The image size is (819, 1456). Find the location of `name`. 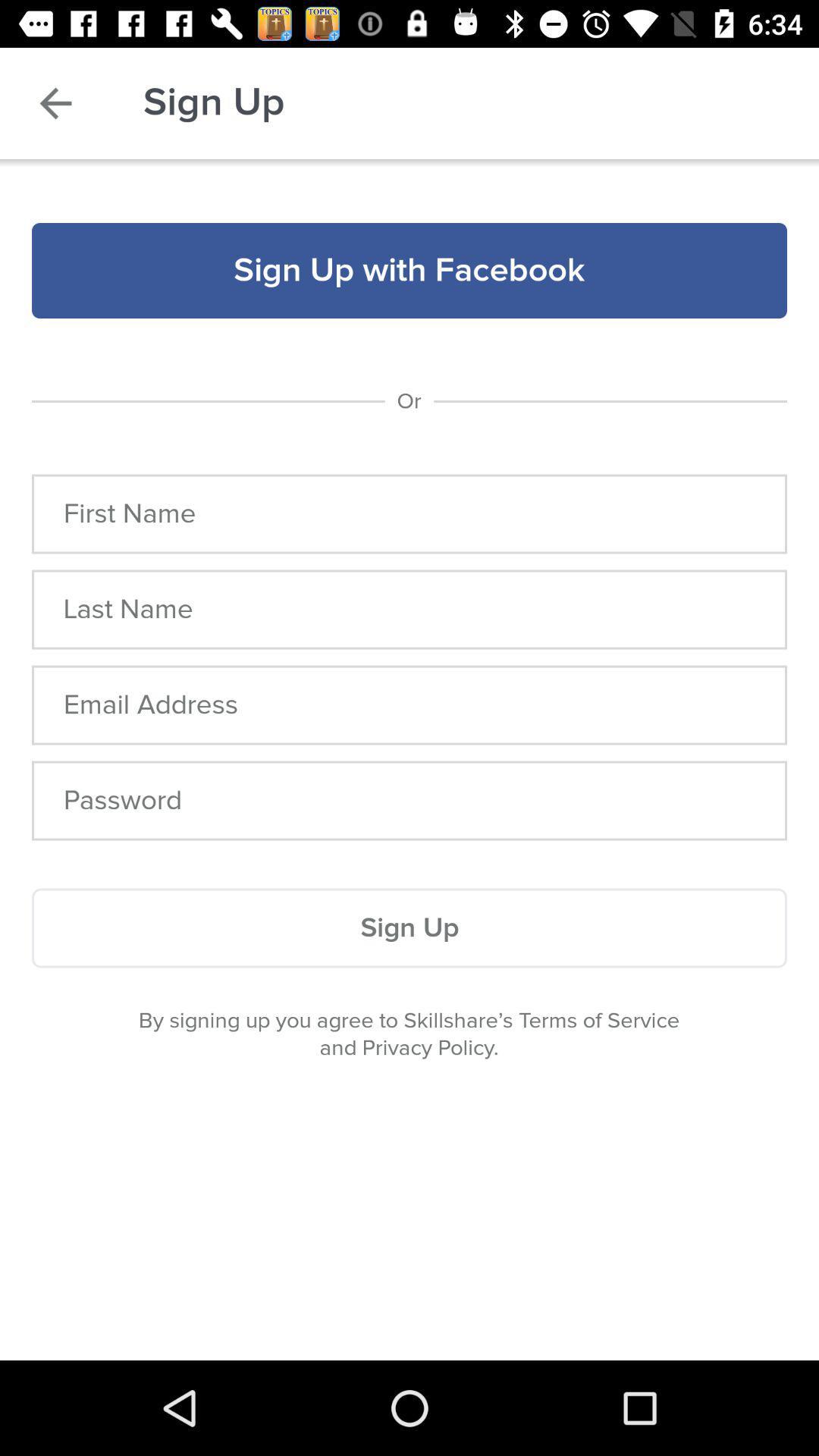

name is located at coordinates (409, 513).